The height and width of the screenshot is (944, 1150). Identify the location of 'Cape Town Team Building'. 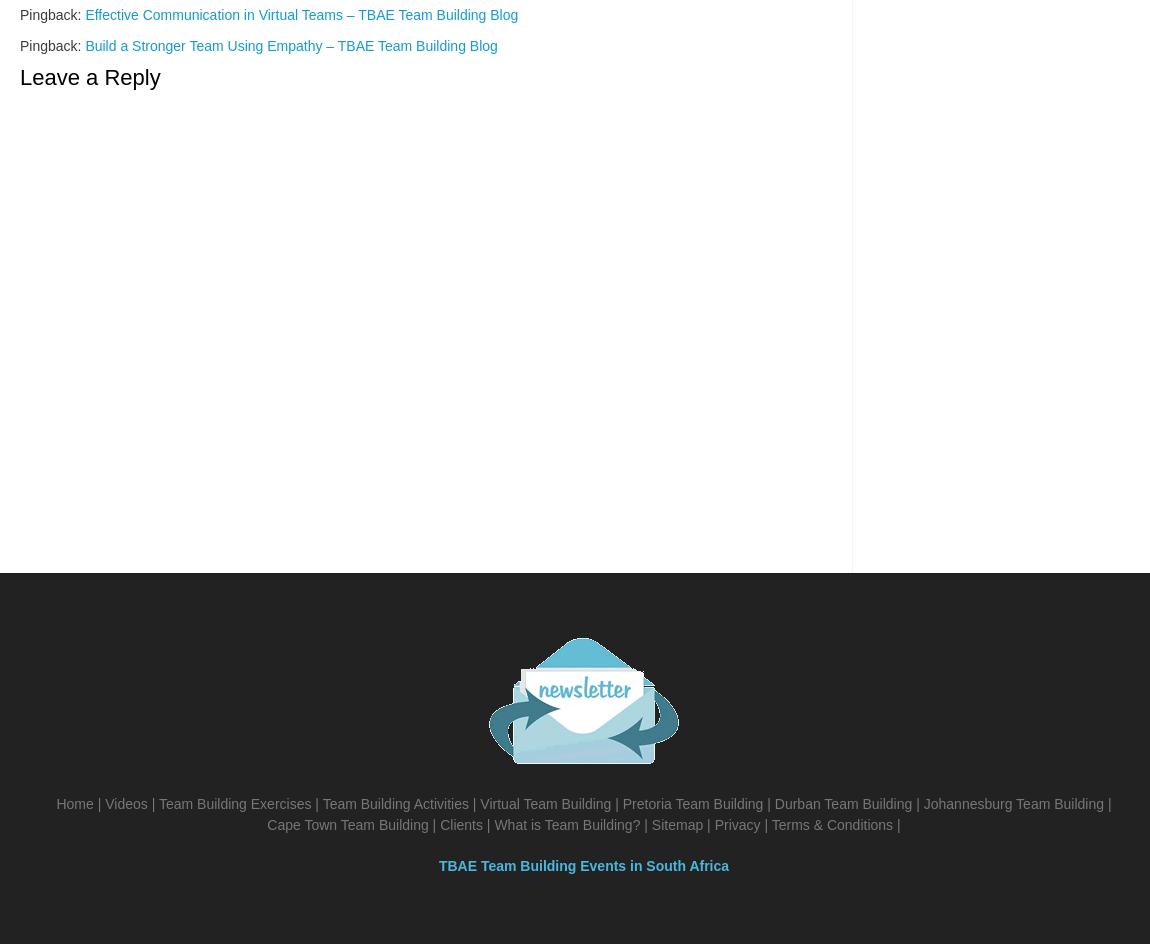
(266, 823).